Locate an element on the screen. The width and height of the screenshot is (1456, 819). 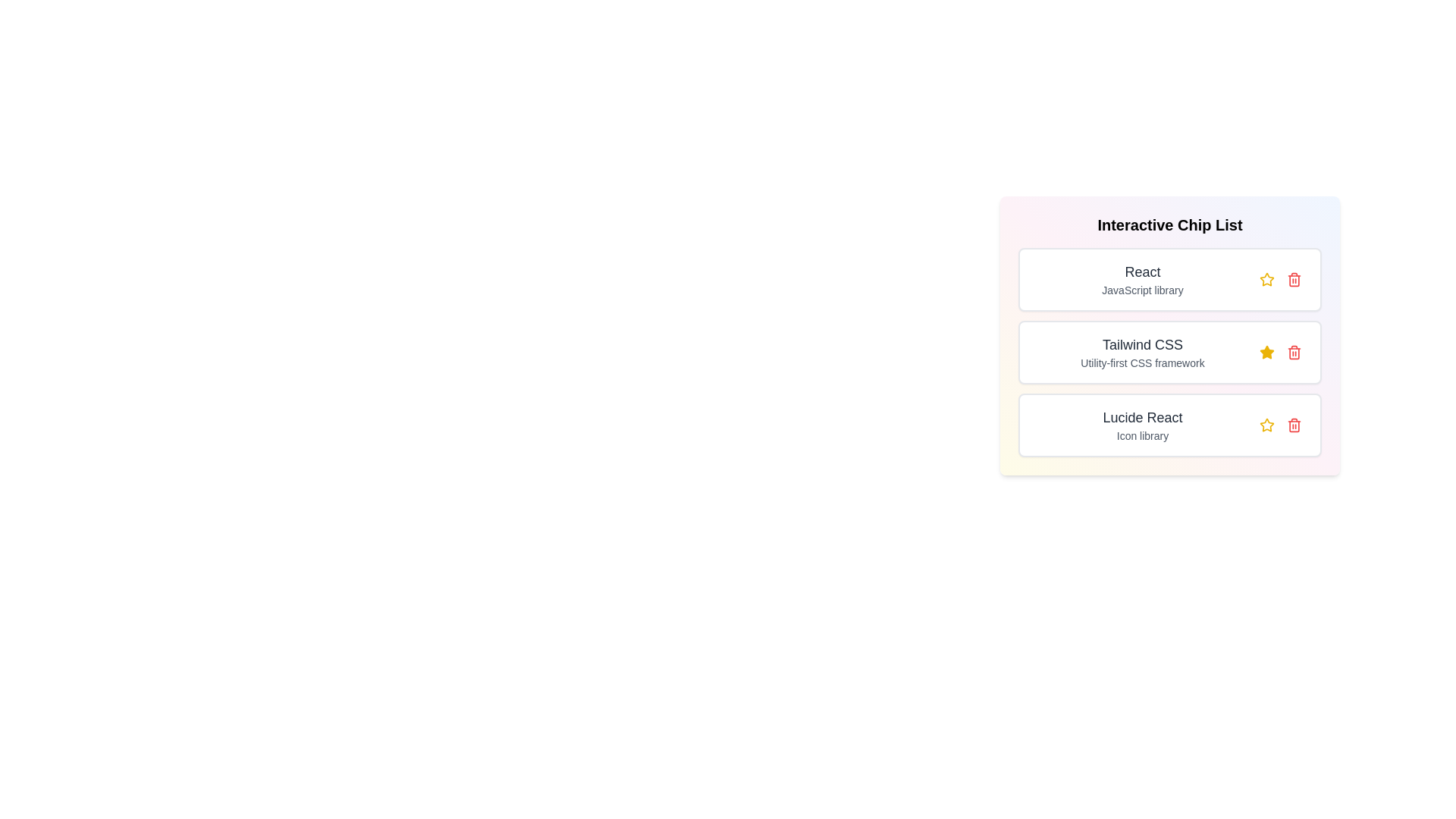
trash icon for the item with title React to remove it from the list is located at coordinates (1294, 280).